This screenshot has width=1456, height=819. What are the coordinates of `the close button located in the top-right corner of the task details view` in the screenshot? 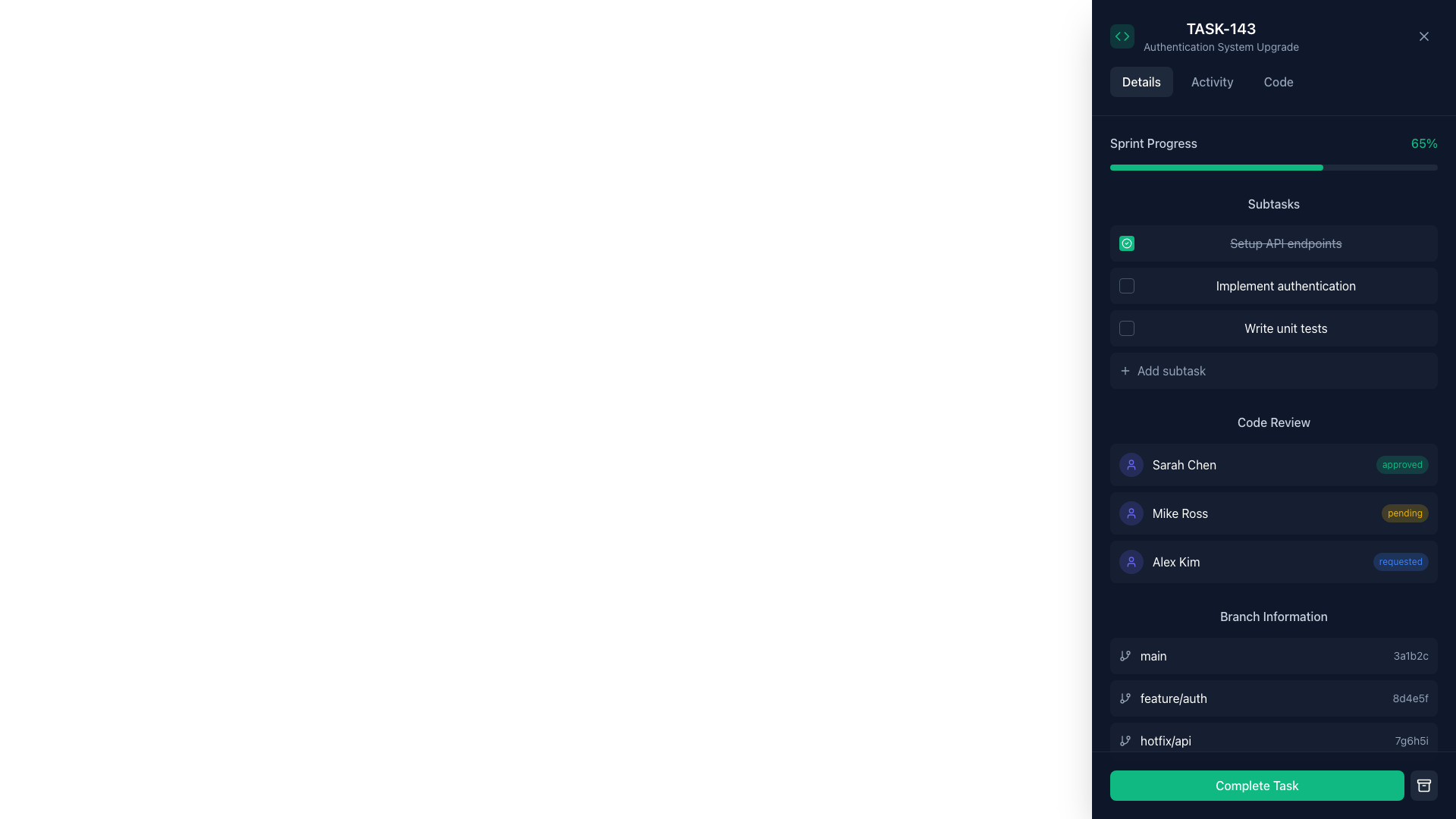 It's located at (1423, 35).